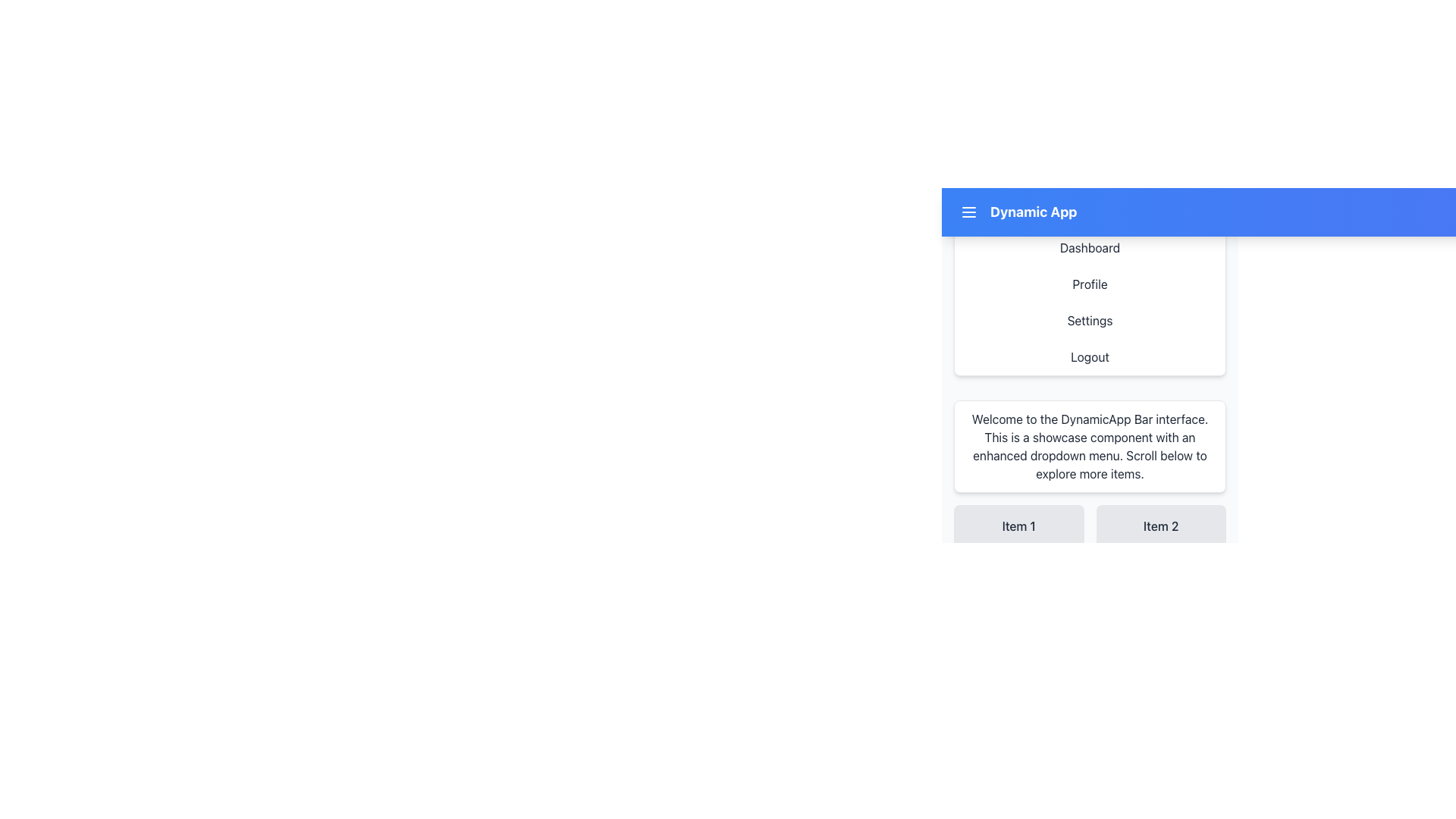  I want to click on the 'Logout' button, which is a single line of text located at the bottom of the vertical menu list, directly underneath the 'Settings' option, so click(1089, 356).